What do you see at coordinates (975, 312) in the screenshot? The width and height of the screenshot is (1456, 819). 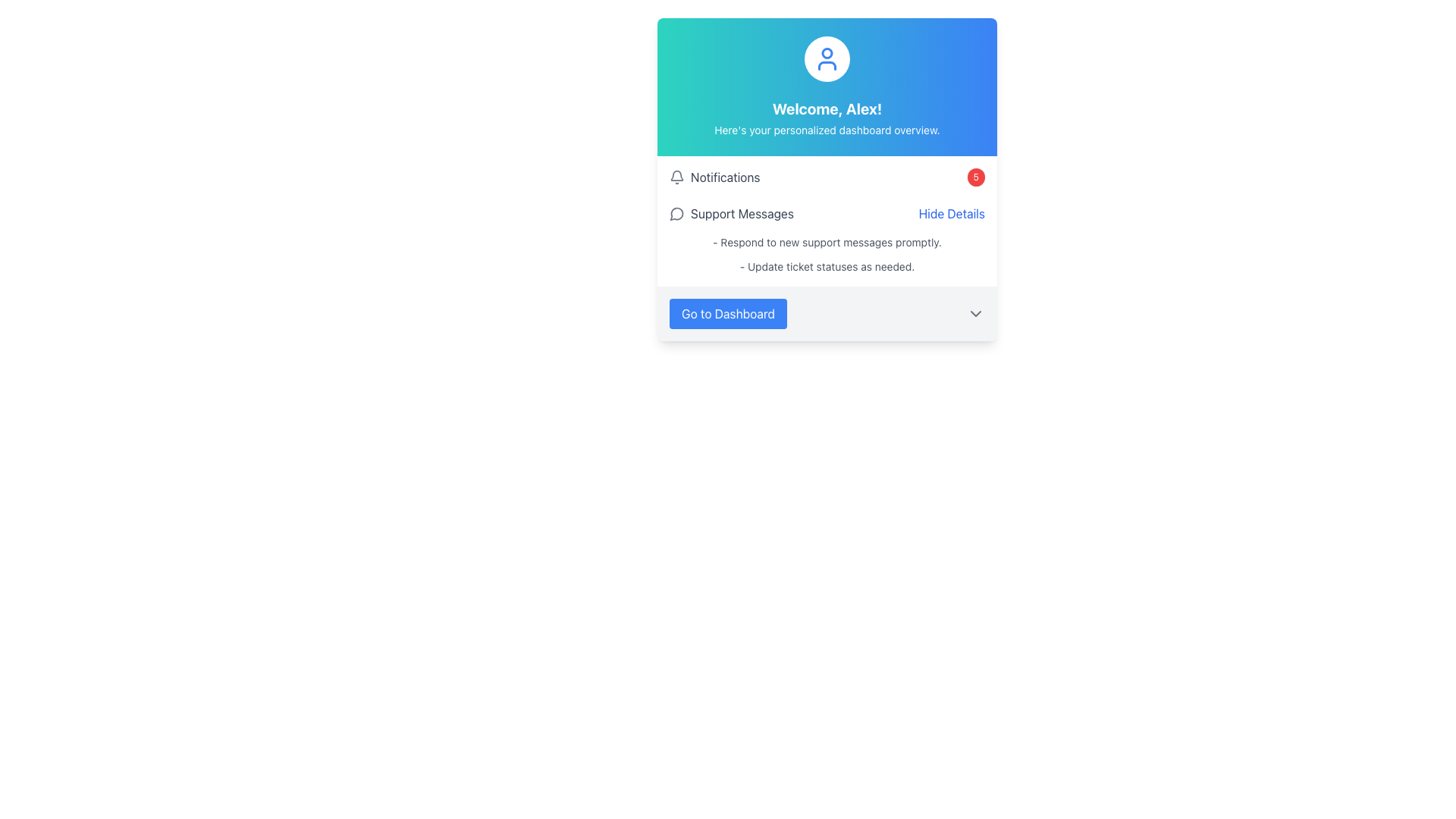 I see `the downward chevron SVG icon located to the right of the 'Go to Dashboard' button` at bounding box center [975, 312].